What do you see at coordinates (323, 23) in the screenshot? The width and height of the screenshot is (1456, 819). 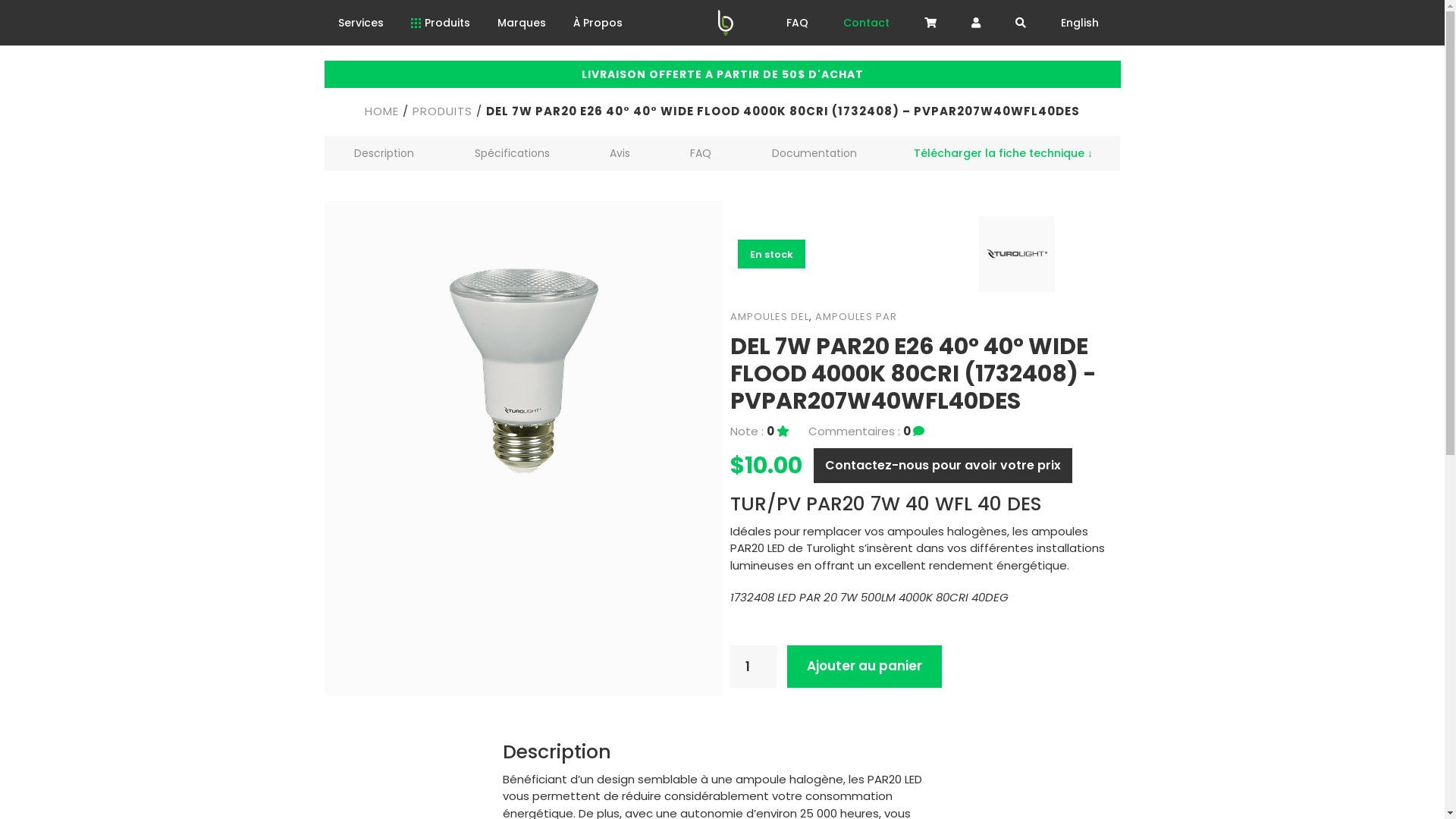 I see `'Services'` at bounding box center [323, 23].